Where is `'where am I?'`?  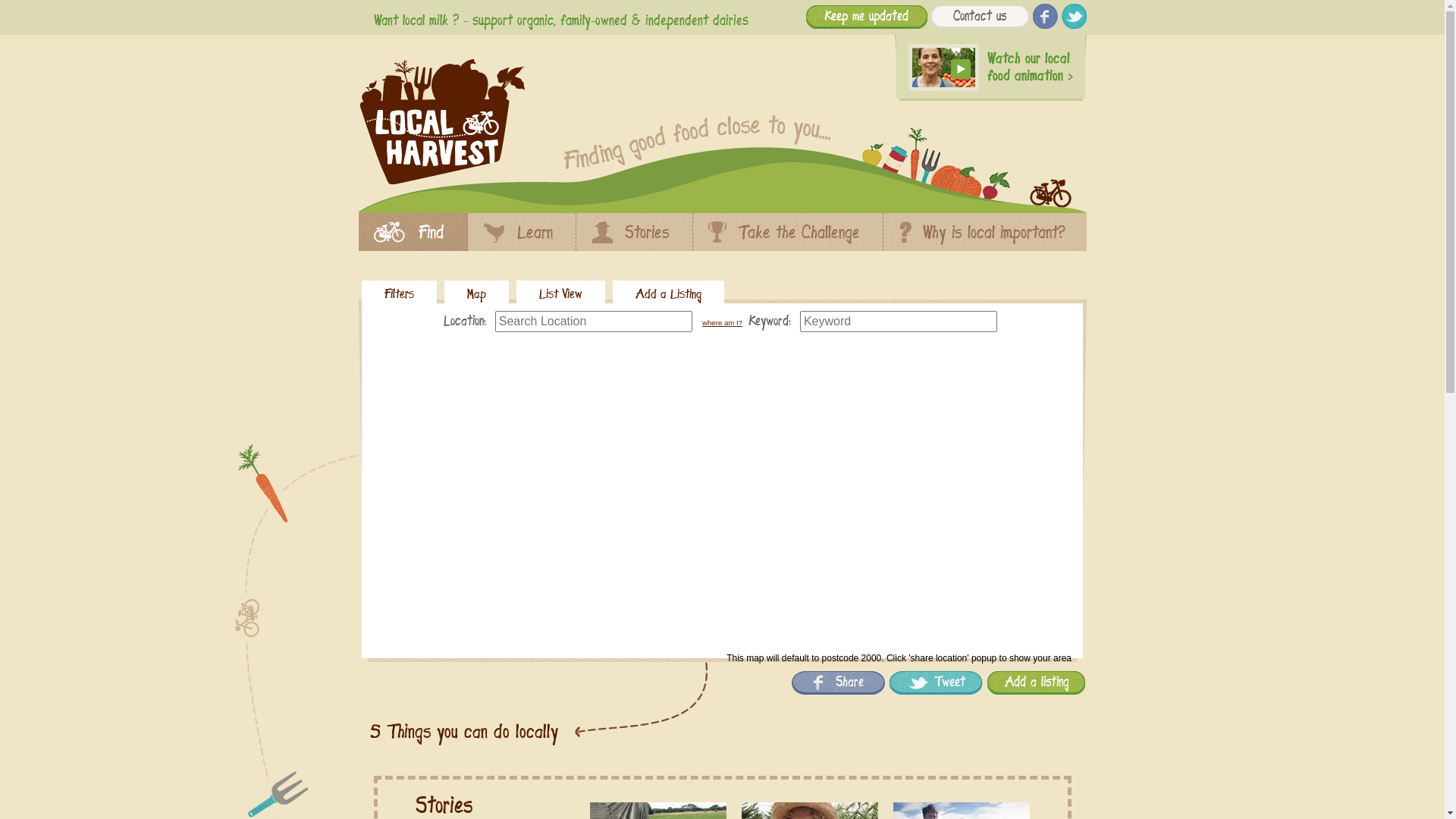
'where am I?' is located at coordinates (701, 322).